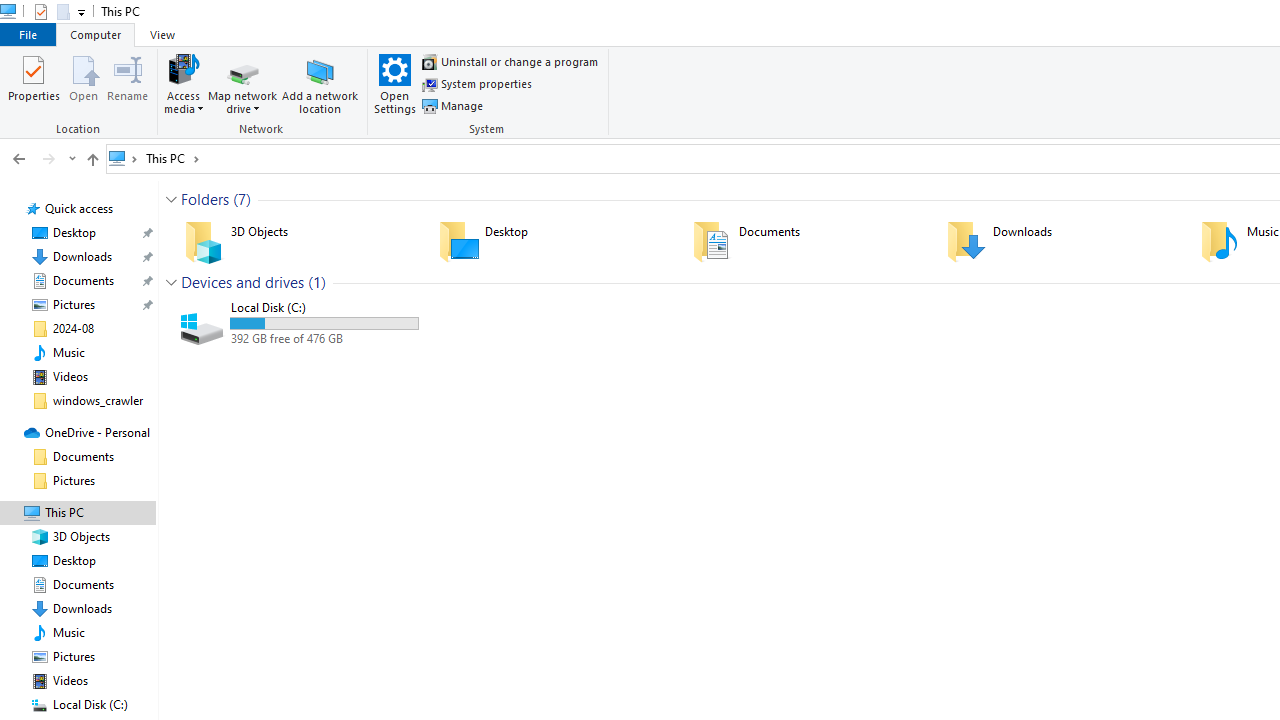  What do you see at coordinates (19, 158) in the screenshot?
I see `'Back to 3D Objects (Alt + Left Arrow)'` at bounding box center [19, 158].